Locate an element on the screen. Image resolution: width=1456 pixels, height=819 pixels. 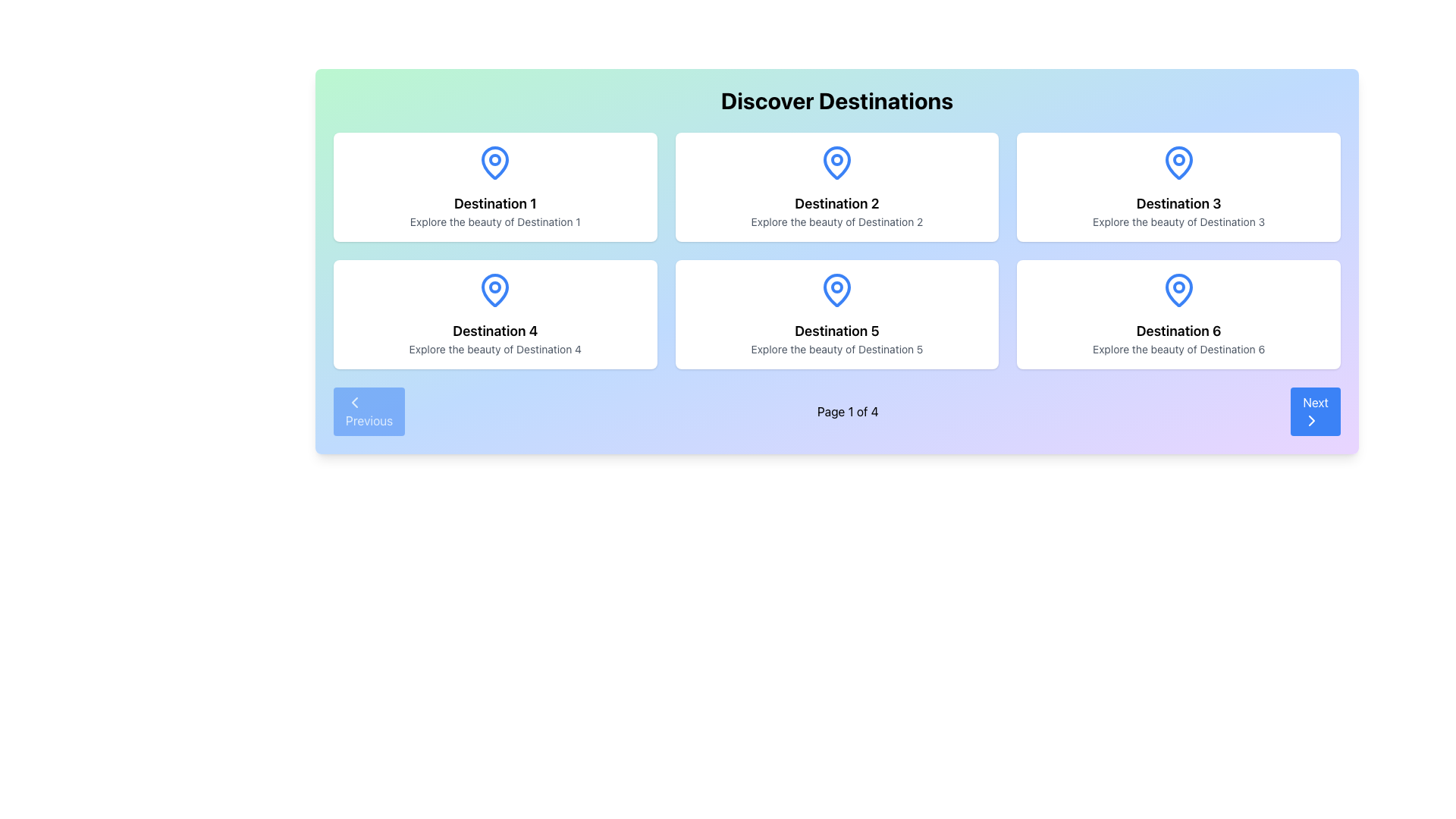
the blue map pin icon located at the top of the 'Destination 1' card, which serves as a visual identifier for the destination is located at coordinates (495, 163).